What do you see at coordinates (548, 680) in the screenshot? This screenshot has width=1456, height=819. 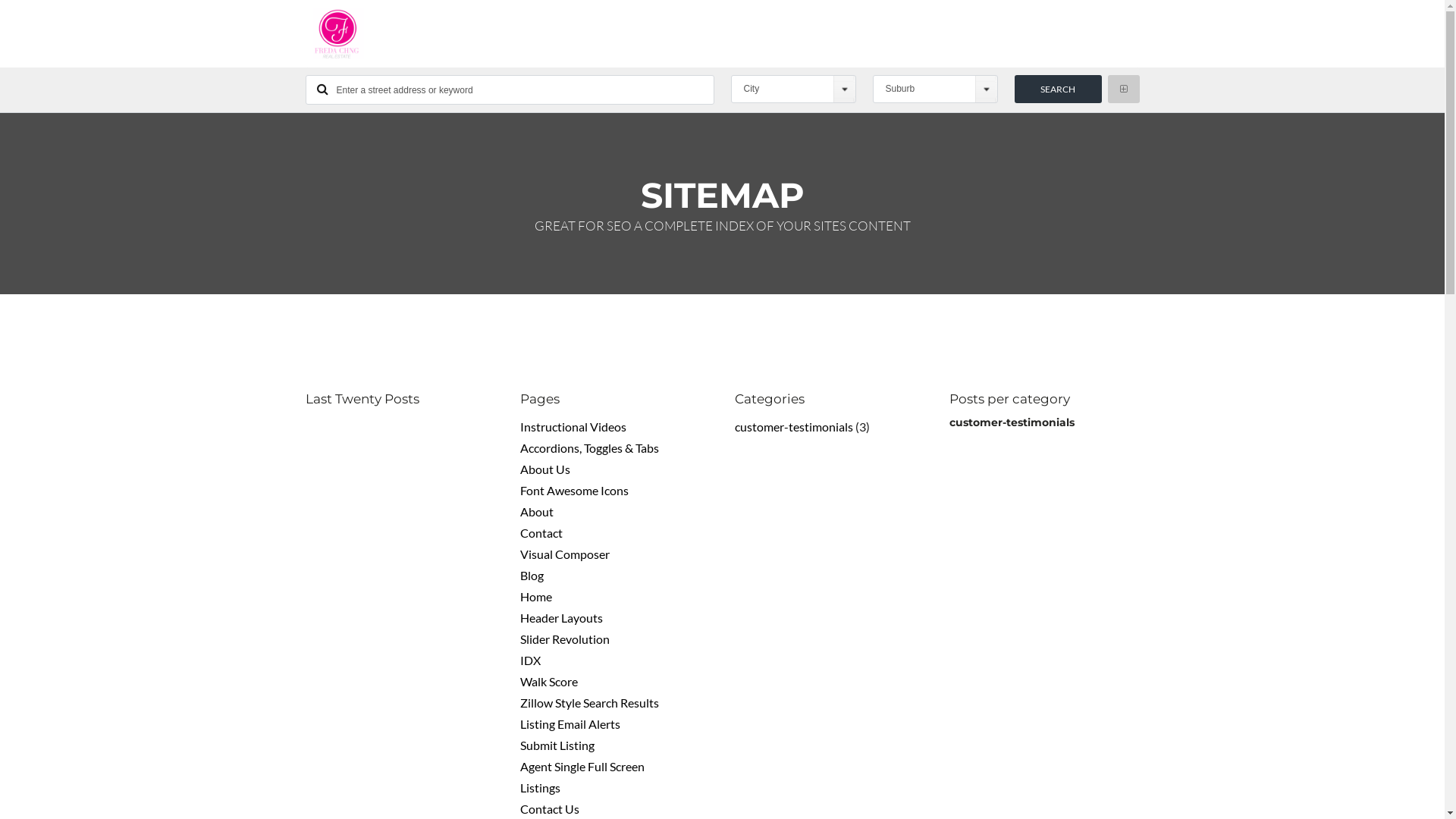 I see `'Walk Score'` at bounding box center [548, 680].